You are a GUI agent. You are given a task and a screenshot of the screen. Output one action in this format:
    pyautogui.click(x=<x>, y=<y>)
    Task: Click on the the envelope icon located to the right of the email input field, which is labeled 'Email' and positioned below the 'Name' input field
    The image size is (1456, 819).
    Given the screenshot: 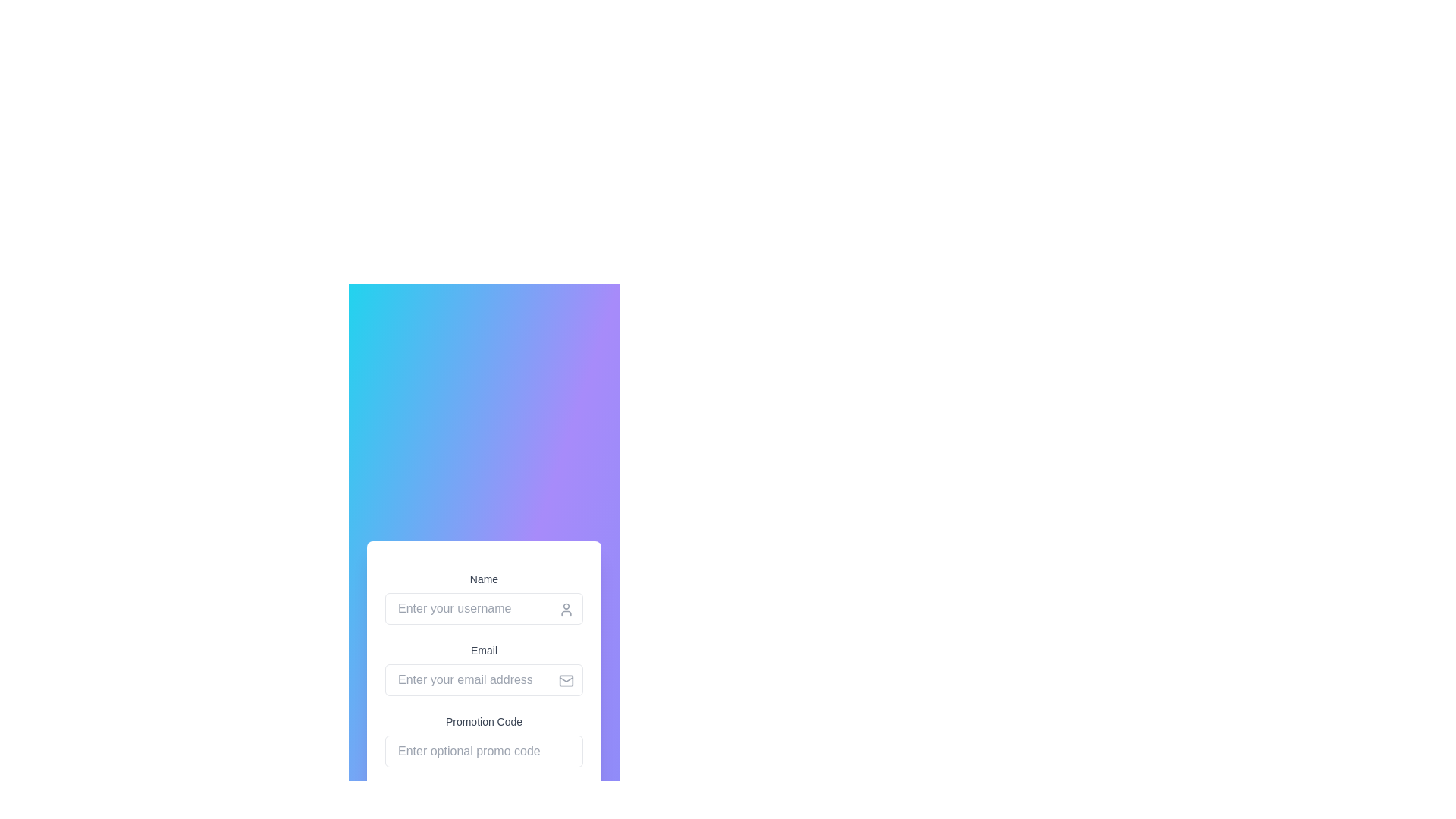 What is the action you would take?
    pyautogui.click(x=483, y=669)
    